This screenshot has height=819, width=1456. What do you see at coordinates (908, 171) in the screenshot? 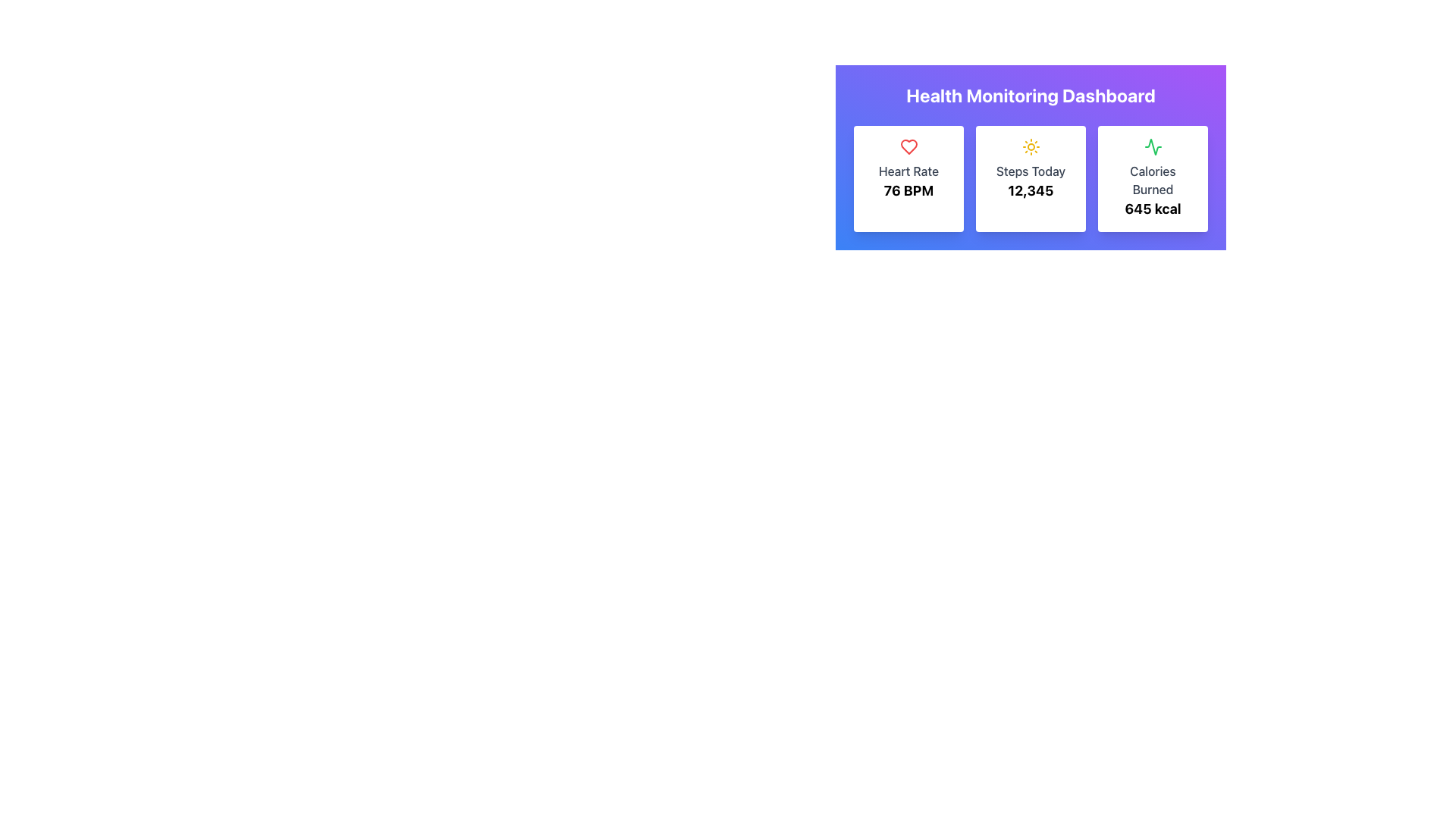
I see `the Text Label that identifies heart rate measurements, positioned below a red heart icon and above '76 BPM.'` at bounding box center [908, 171].